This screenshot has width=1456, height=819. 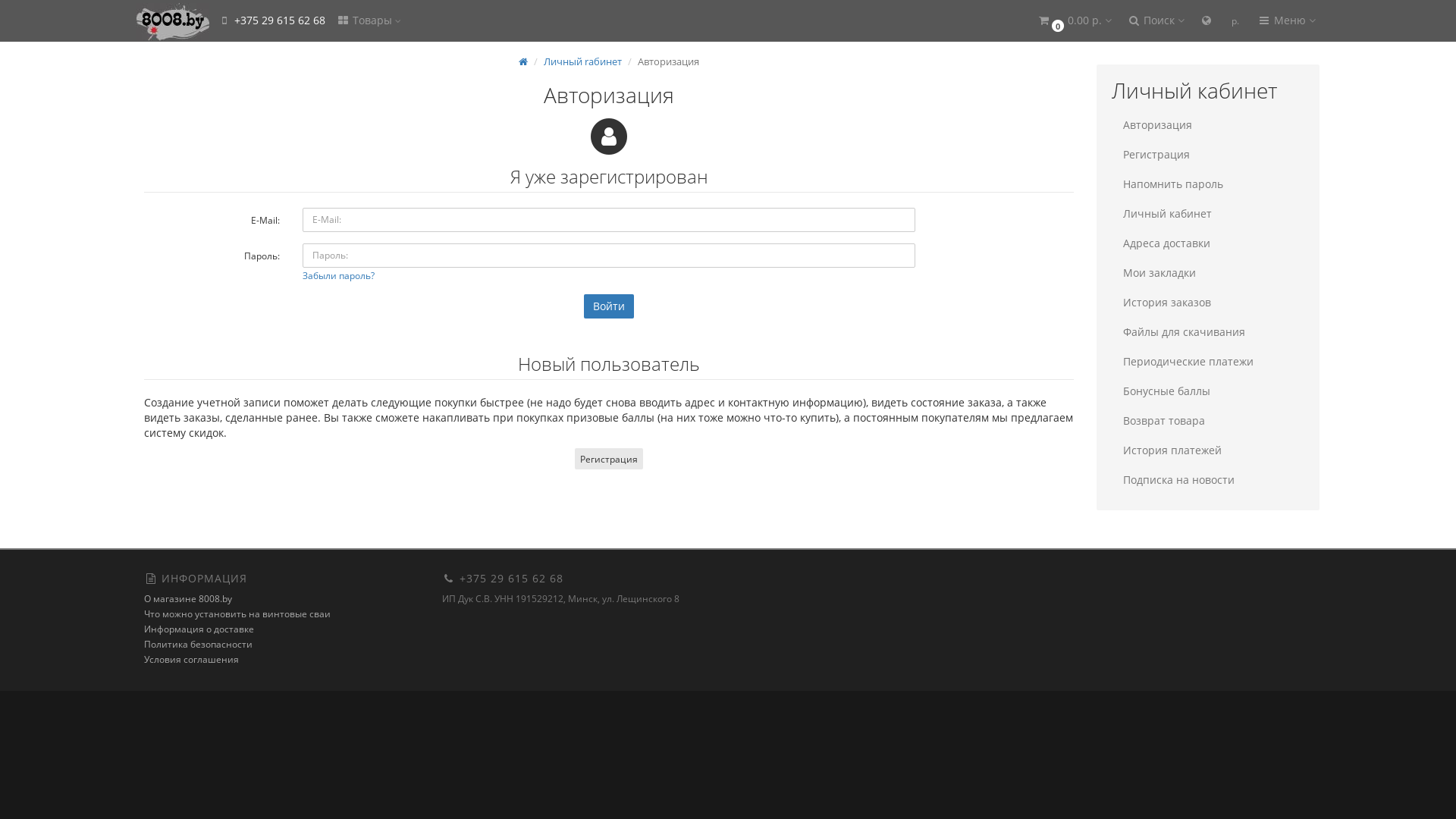 What do you see at coordinates (271, 20) in the screenshot?
I see `'+375 29 615 62 68'` at bounding box center [271, 20].